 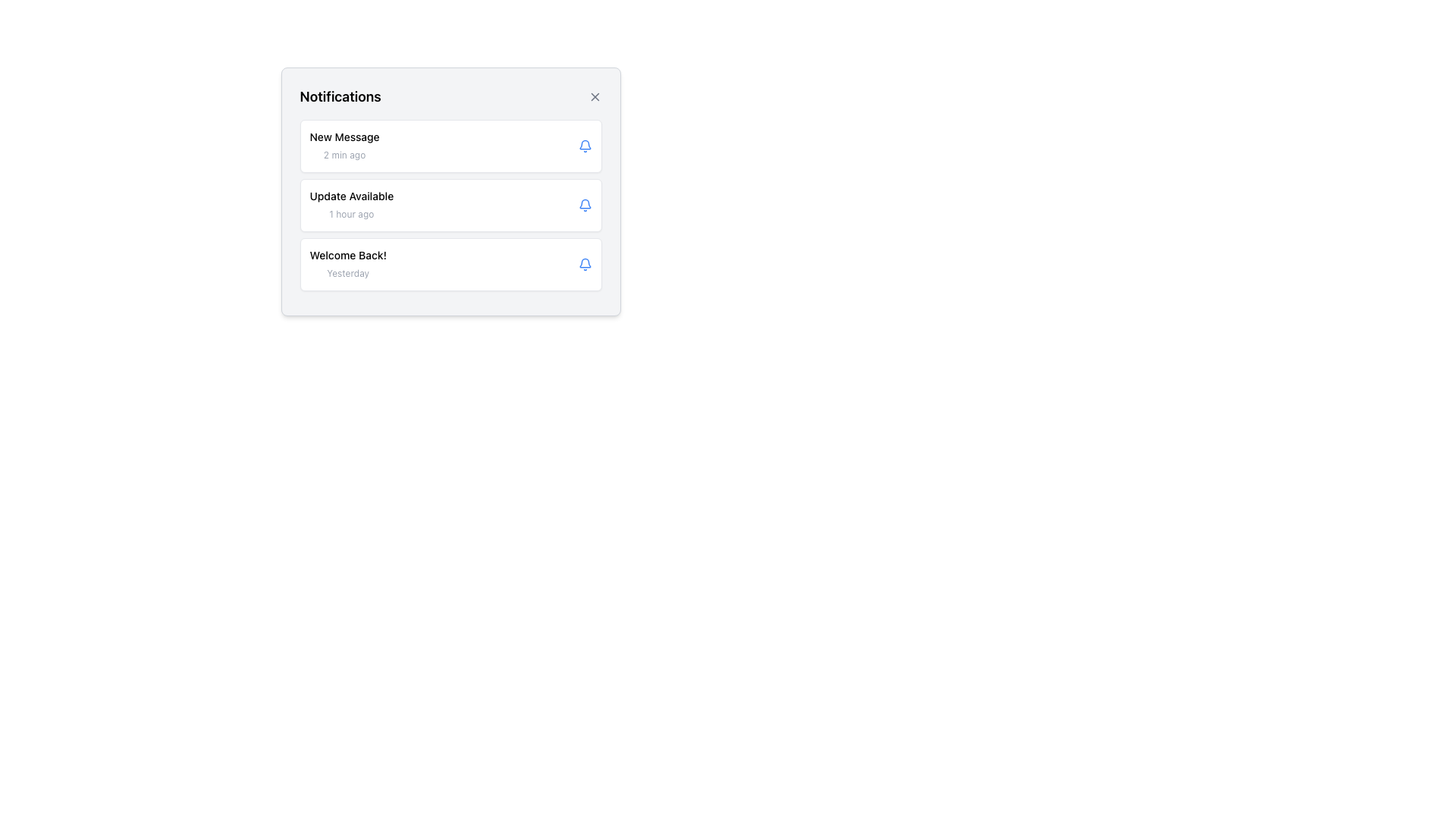 What do you see at coordinates (450, 191) in the screenshot?
I see `the title of the second notification card in the fixed notification panel, which has a light gray background and rounded corners` at bounding box center [450, 191].